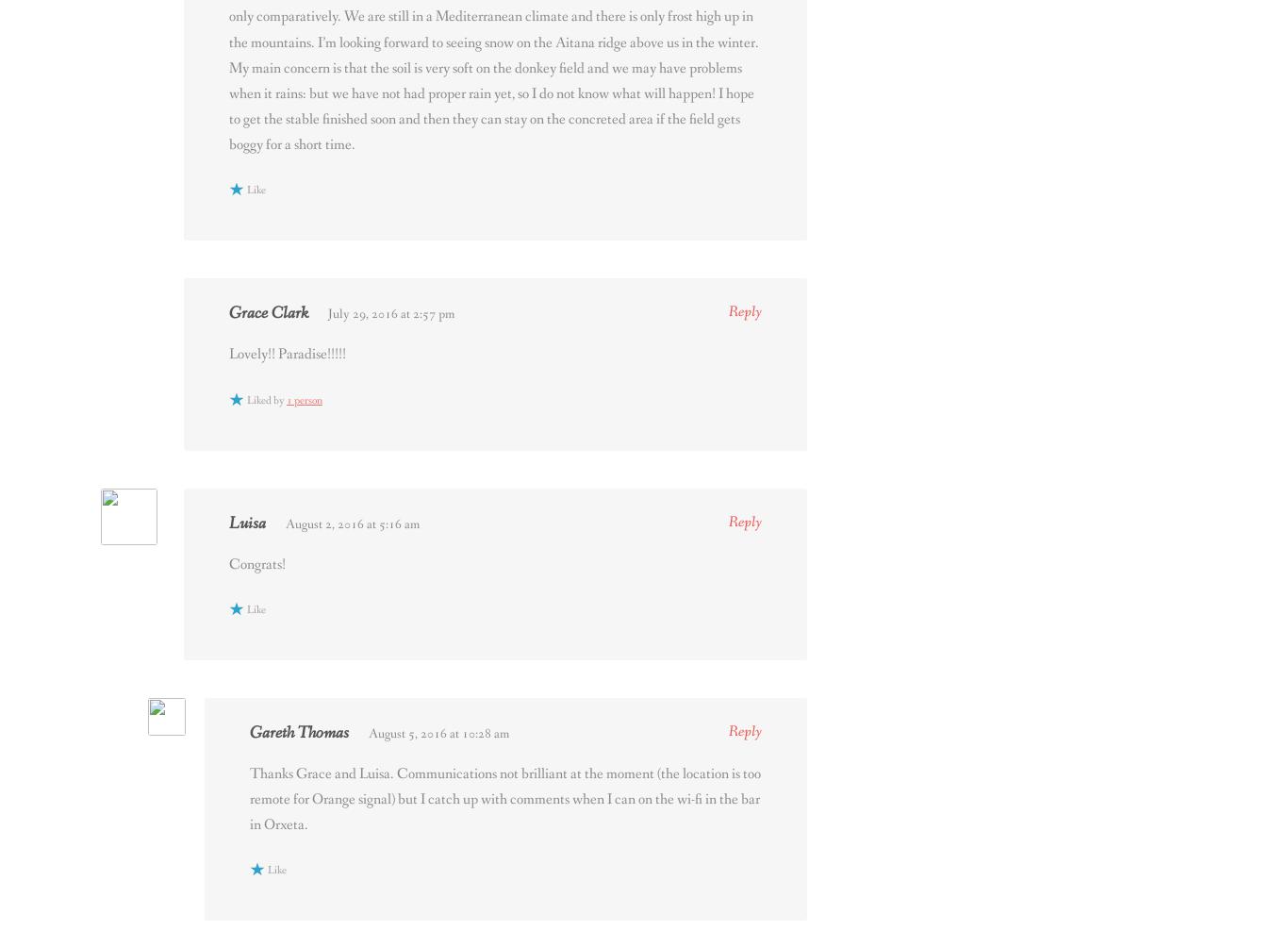  What do you see at coordinates (299, 731) in the screenshot?
I see `'Gareth Thomas'` at bounding box center [299, 731].